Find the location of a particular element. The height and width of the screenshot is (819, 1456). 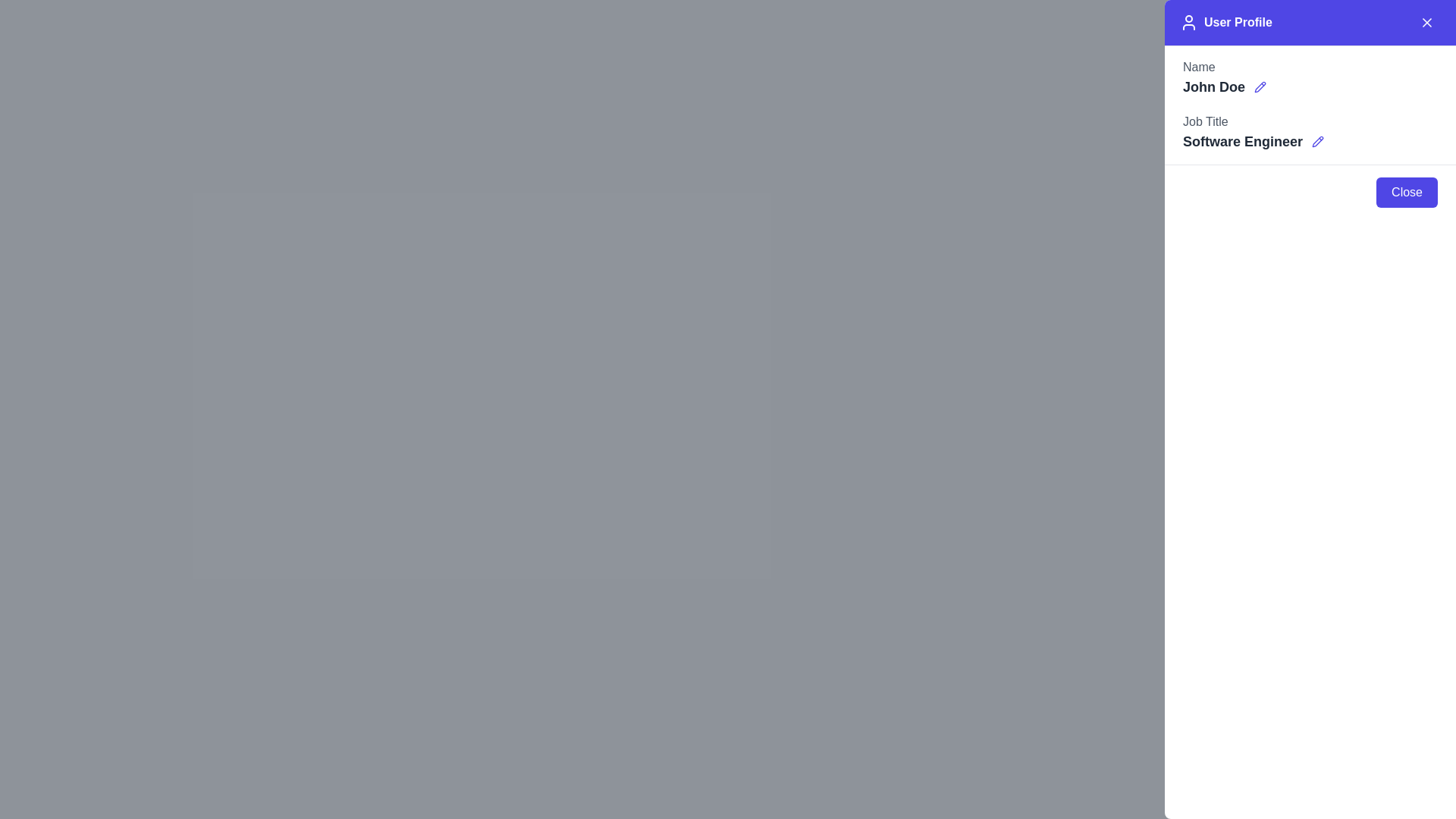

the text label displaying the user's job title, located below the 'Job Title' label in the user profile section on the right-hand side panel is located at coordinates (1243, 141).